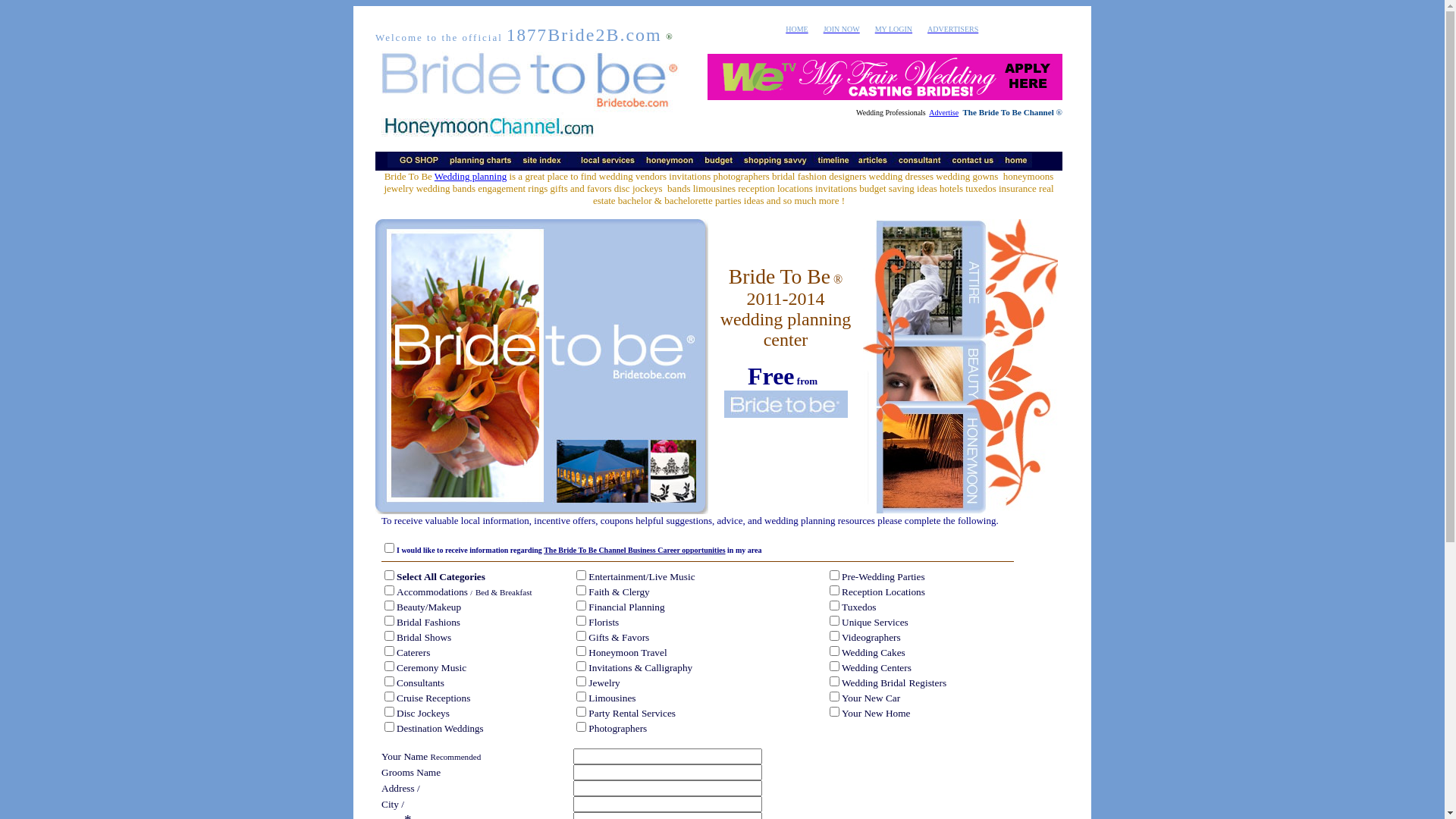 This screenshot has height=819, width=1456. Describe the element at coordinates (786, 29) in the screenshot. I see `'HOME'` at that location.